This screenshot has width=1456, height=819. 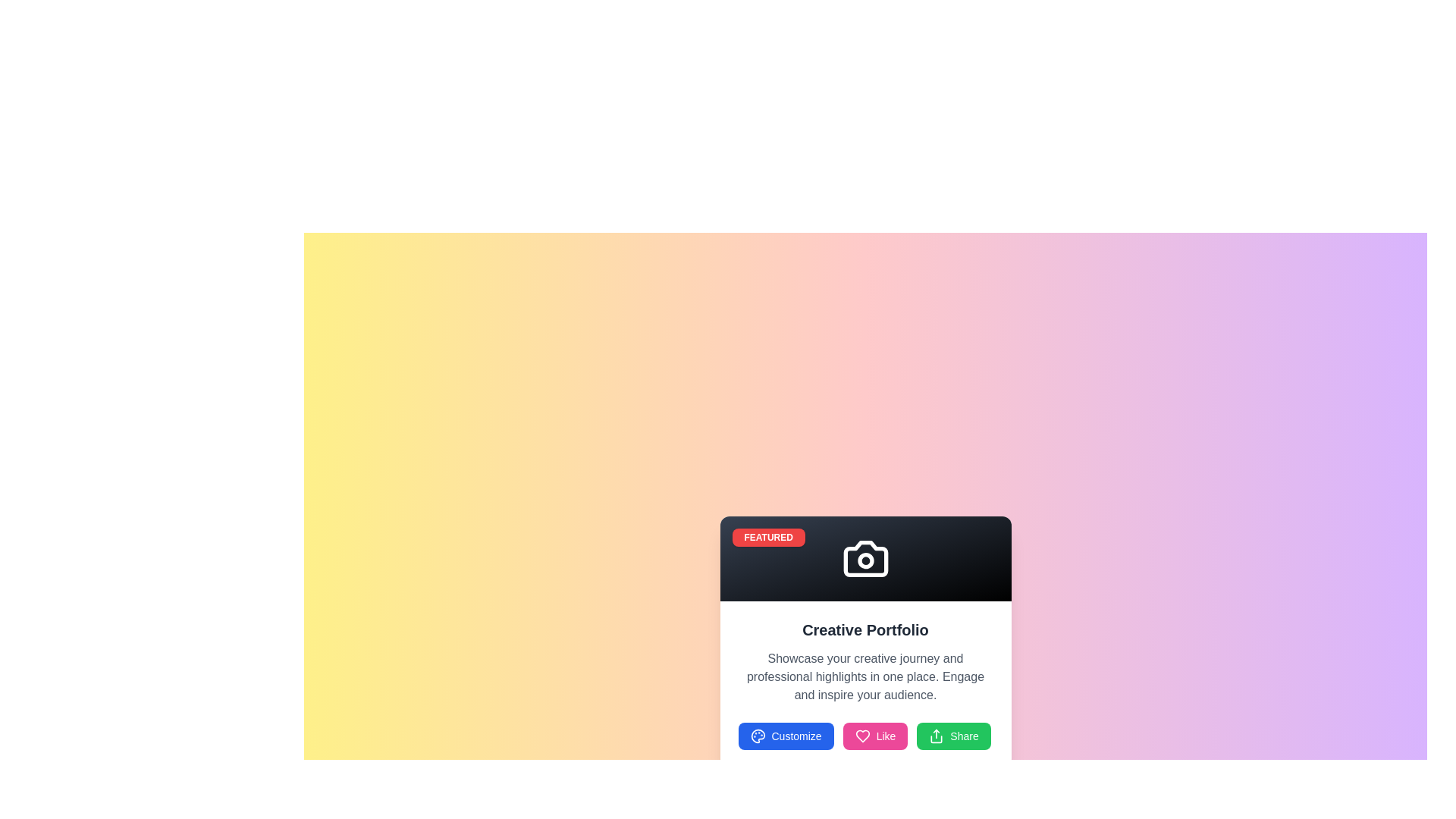 I want to click on the heart-shaped icon within the 'Like' button, so click(x=862, y=736).